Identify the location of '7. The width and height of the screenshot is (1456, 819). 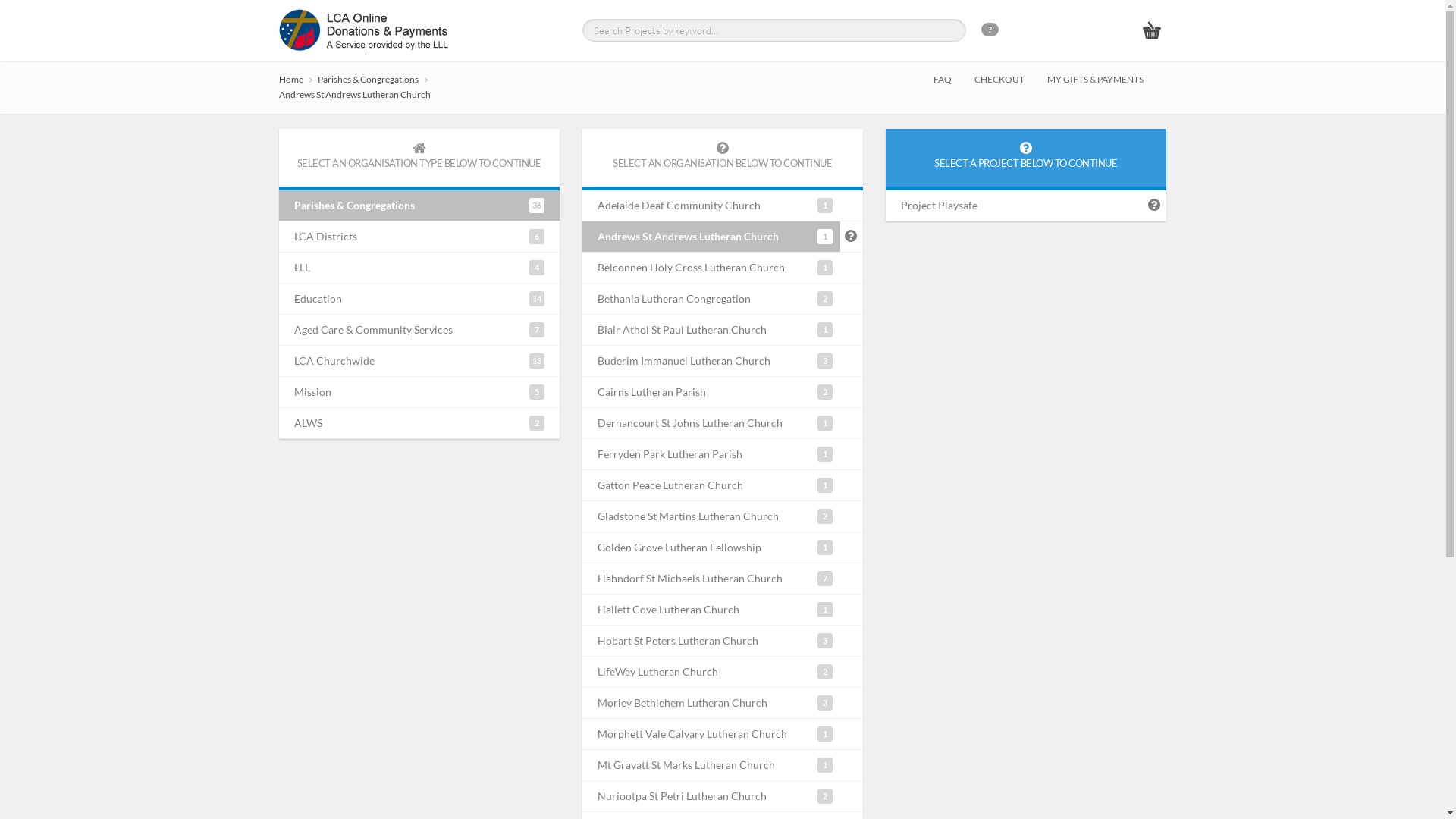
(710, 579).